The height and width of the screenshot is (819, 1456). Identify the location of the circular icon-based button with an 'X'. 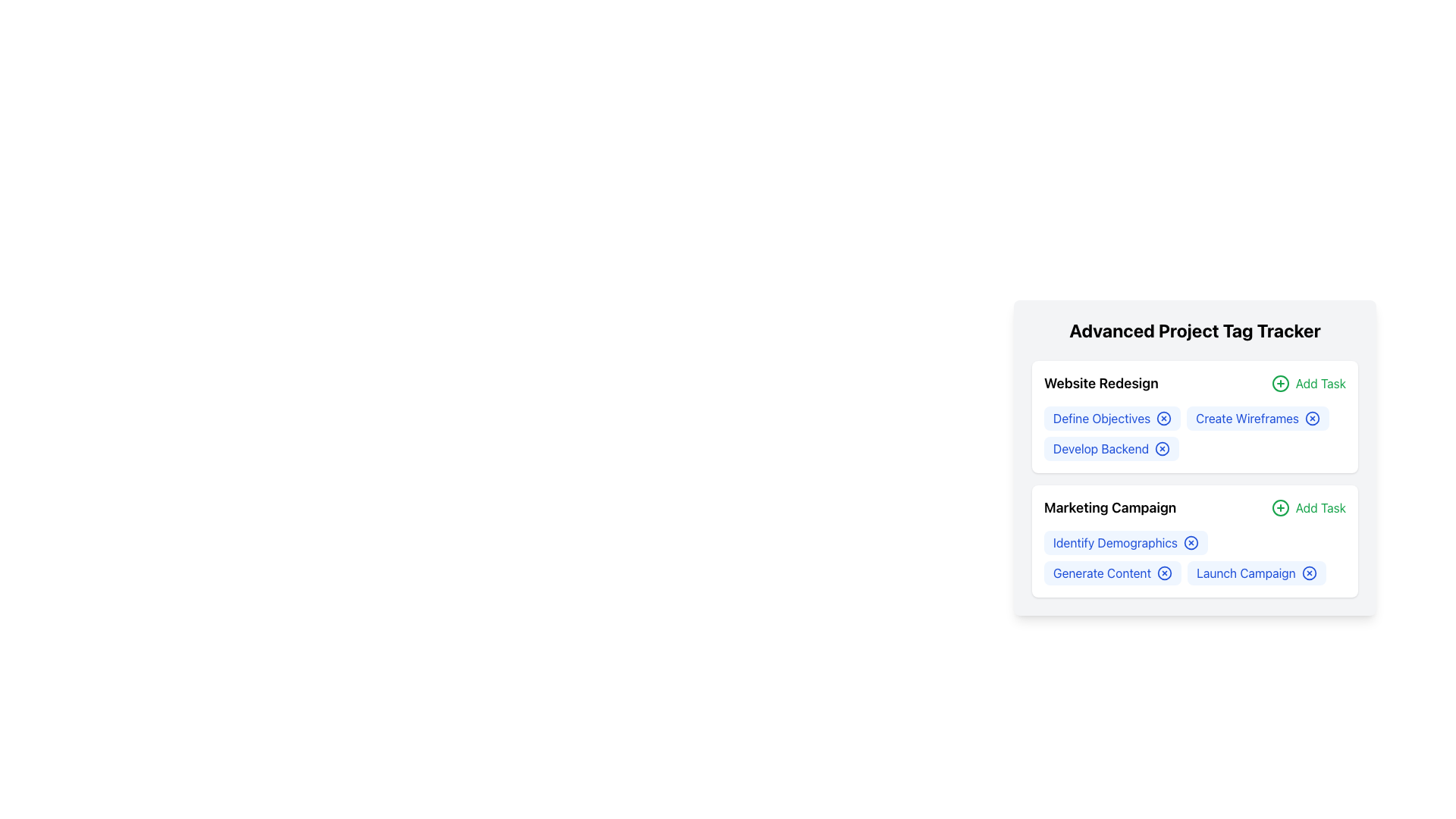
(1164, 573).